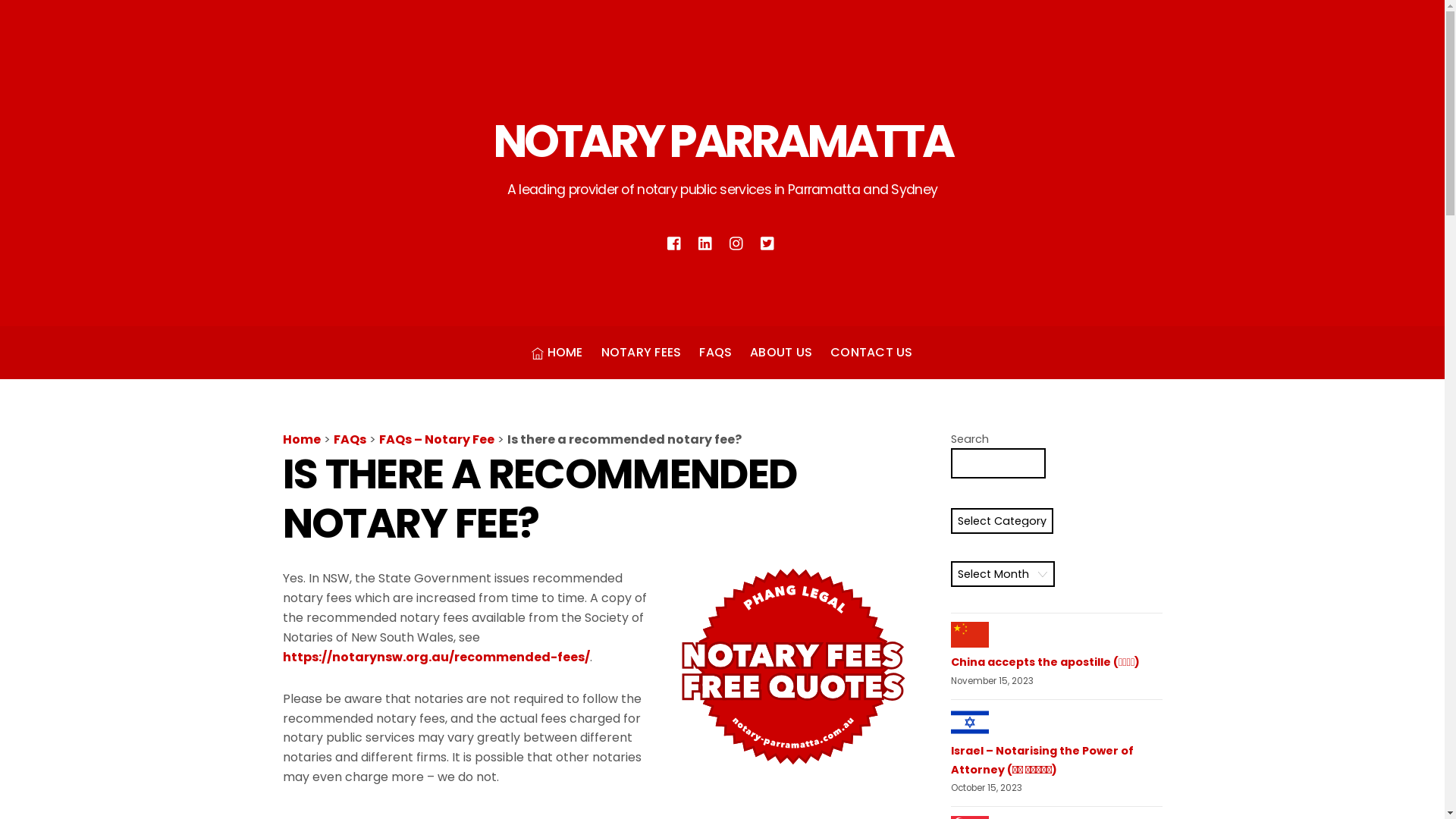 Image resolution: width=1456 pixels, height=819 pixels. Describe the element at coordinates (722, 140) in the screenshot. I see `'NOTARY PARRAMATTA'` at that location.